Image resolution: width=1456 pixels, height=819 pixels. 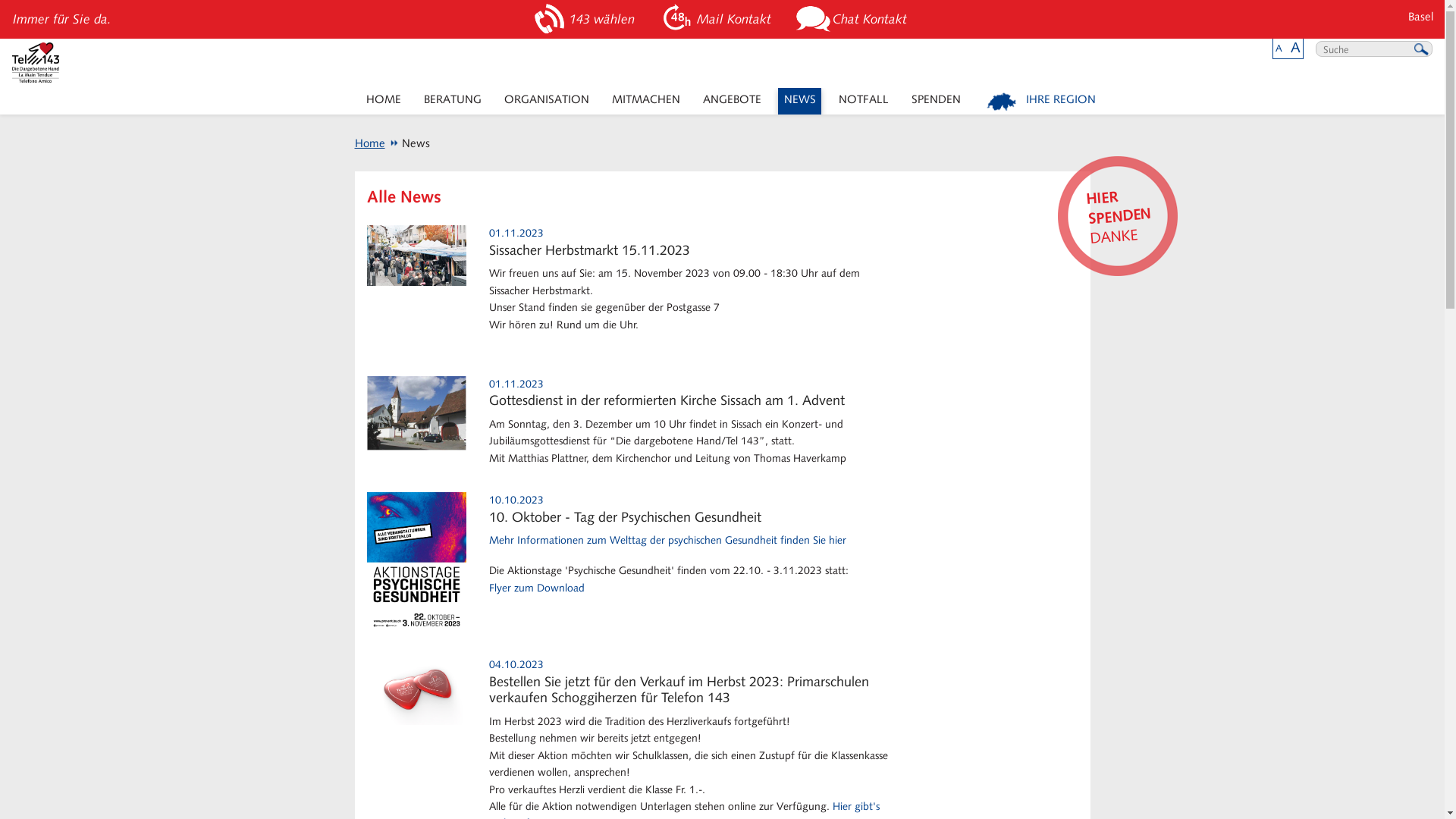 I want to click on 'BERATUNG', so click(x=451, y=101).